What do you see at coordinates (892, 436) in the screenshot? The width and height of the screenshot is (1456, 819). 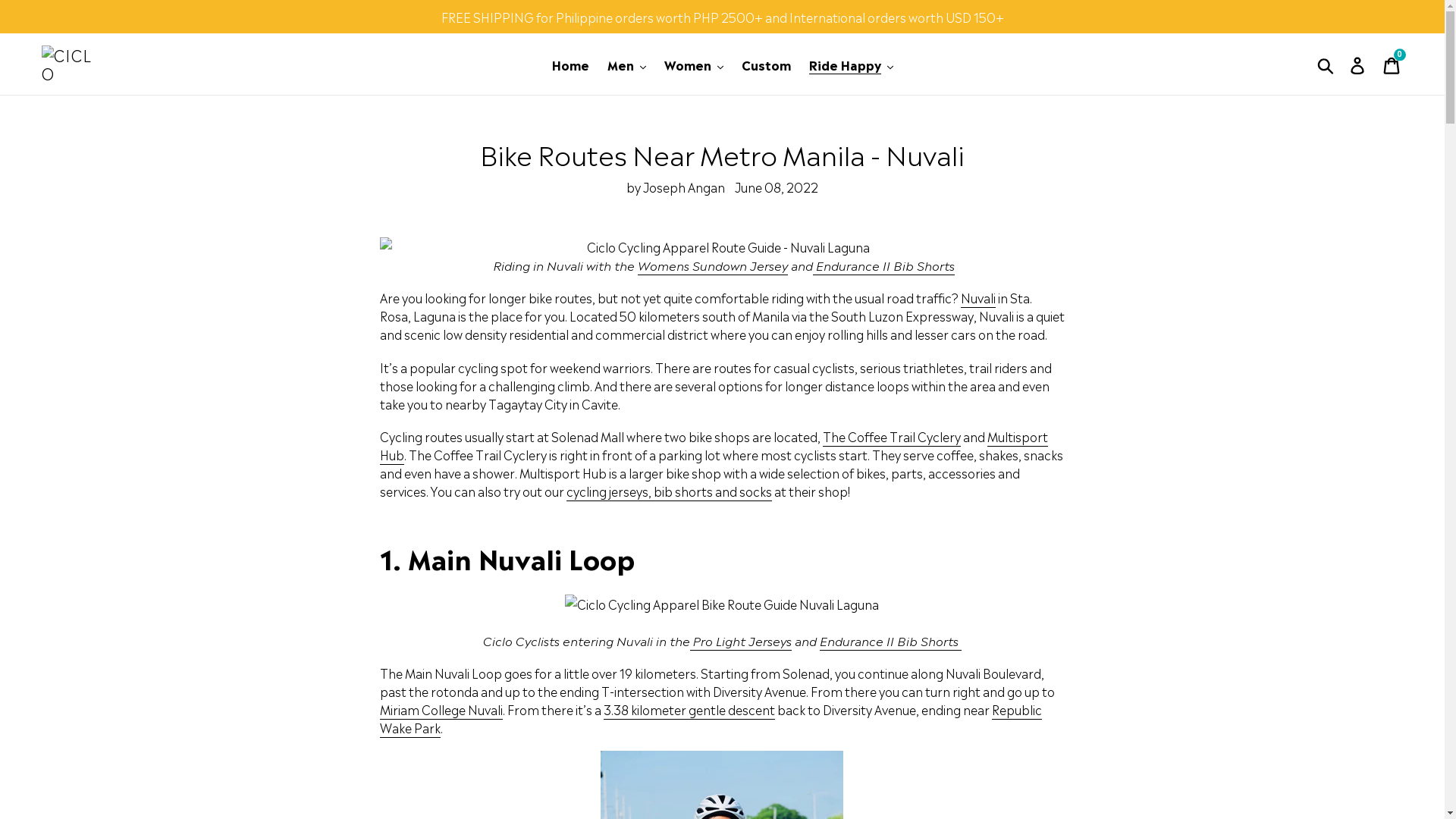 I see `'The Coffee Trail Cyclery'` at bounding box center [892, 436].